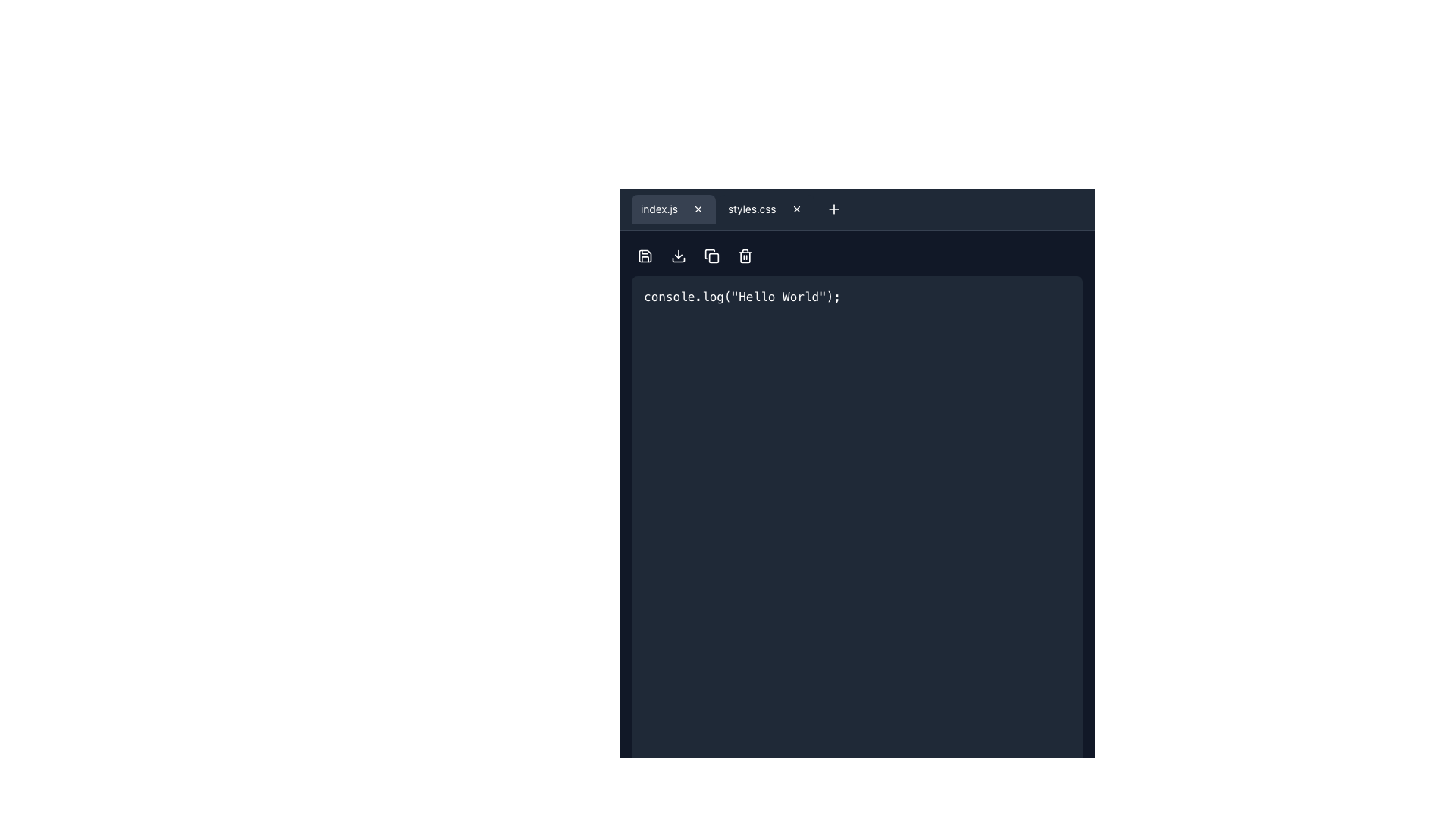 Image resolution: width=1456 pixels, height=819 pixels. What do you see at coordinates (795, 209) in the screenshot?
I see `the Close button located on the tab bar next to the title 'styles.css'` at bounding box center [795, 209].